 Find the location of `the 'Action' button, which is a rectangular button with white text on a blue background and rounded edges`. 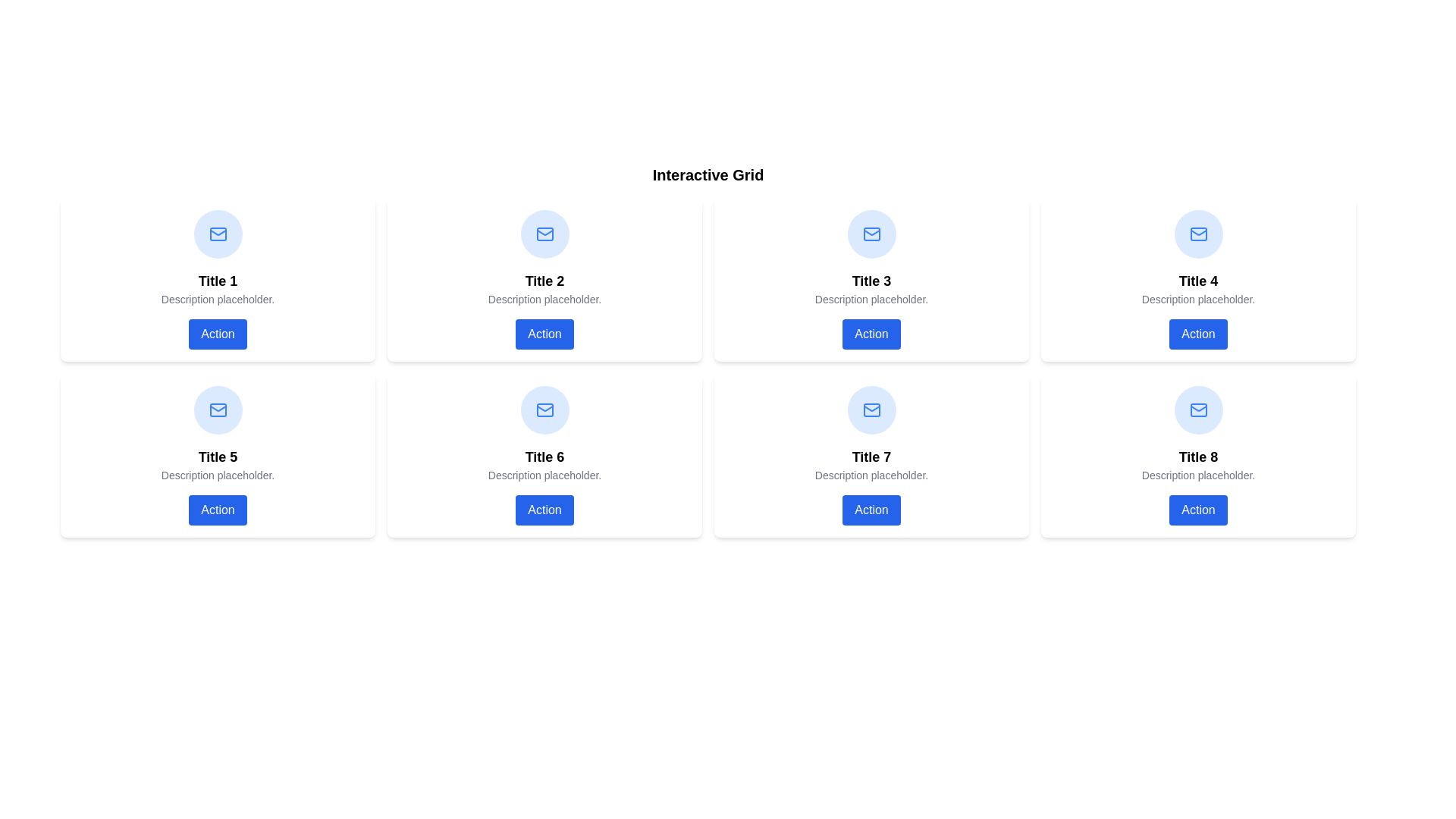

the 'Action' button, which is a rectangular button with white text on a blue background and rounded edges is located at coordinates (544, 510).